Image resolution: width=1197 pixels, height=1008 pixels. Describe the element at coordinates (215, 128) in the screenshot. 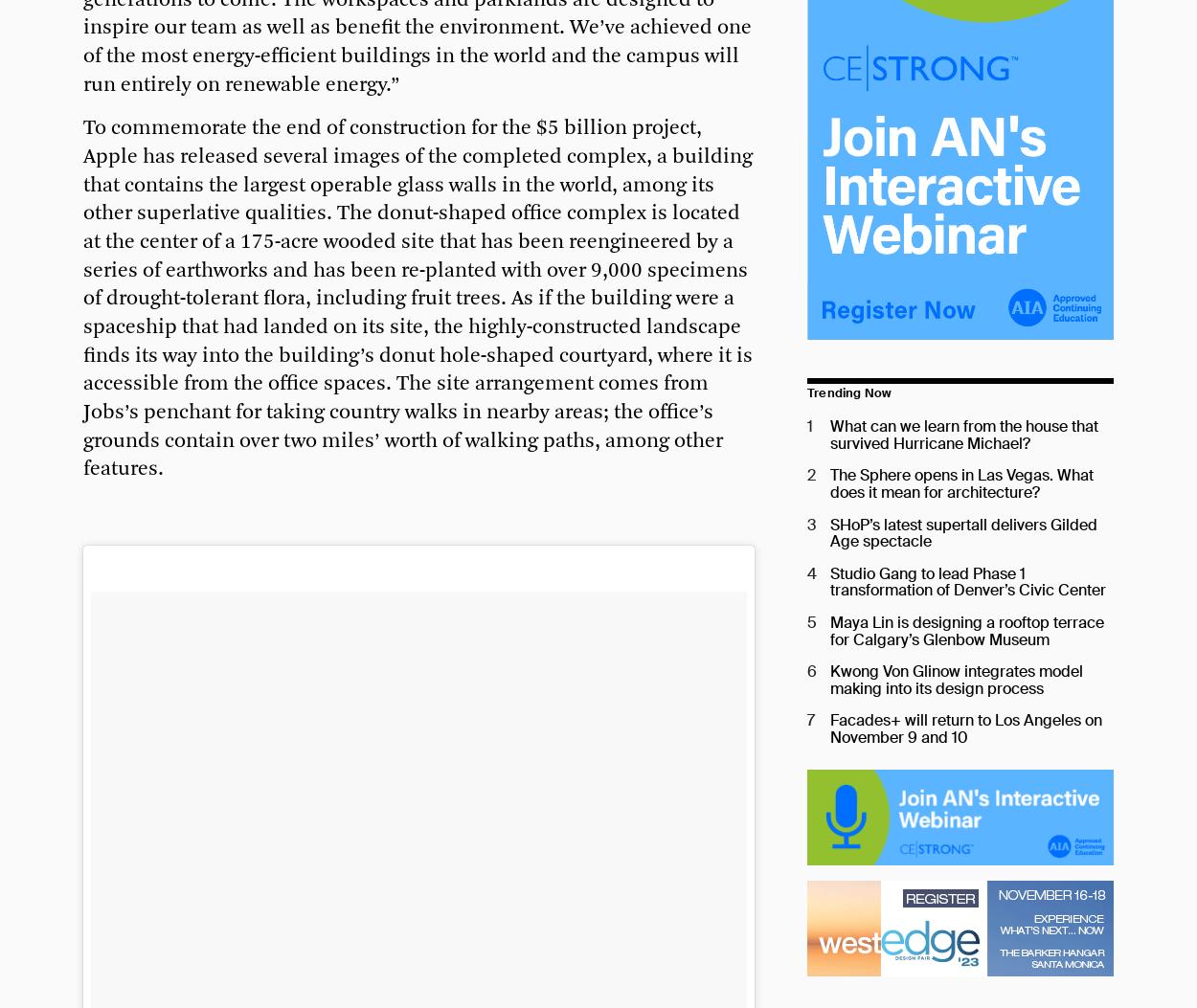

I see `'To commemorate the end of'` at that location.